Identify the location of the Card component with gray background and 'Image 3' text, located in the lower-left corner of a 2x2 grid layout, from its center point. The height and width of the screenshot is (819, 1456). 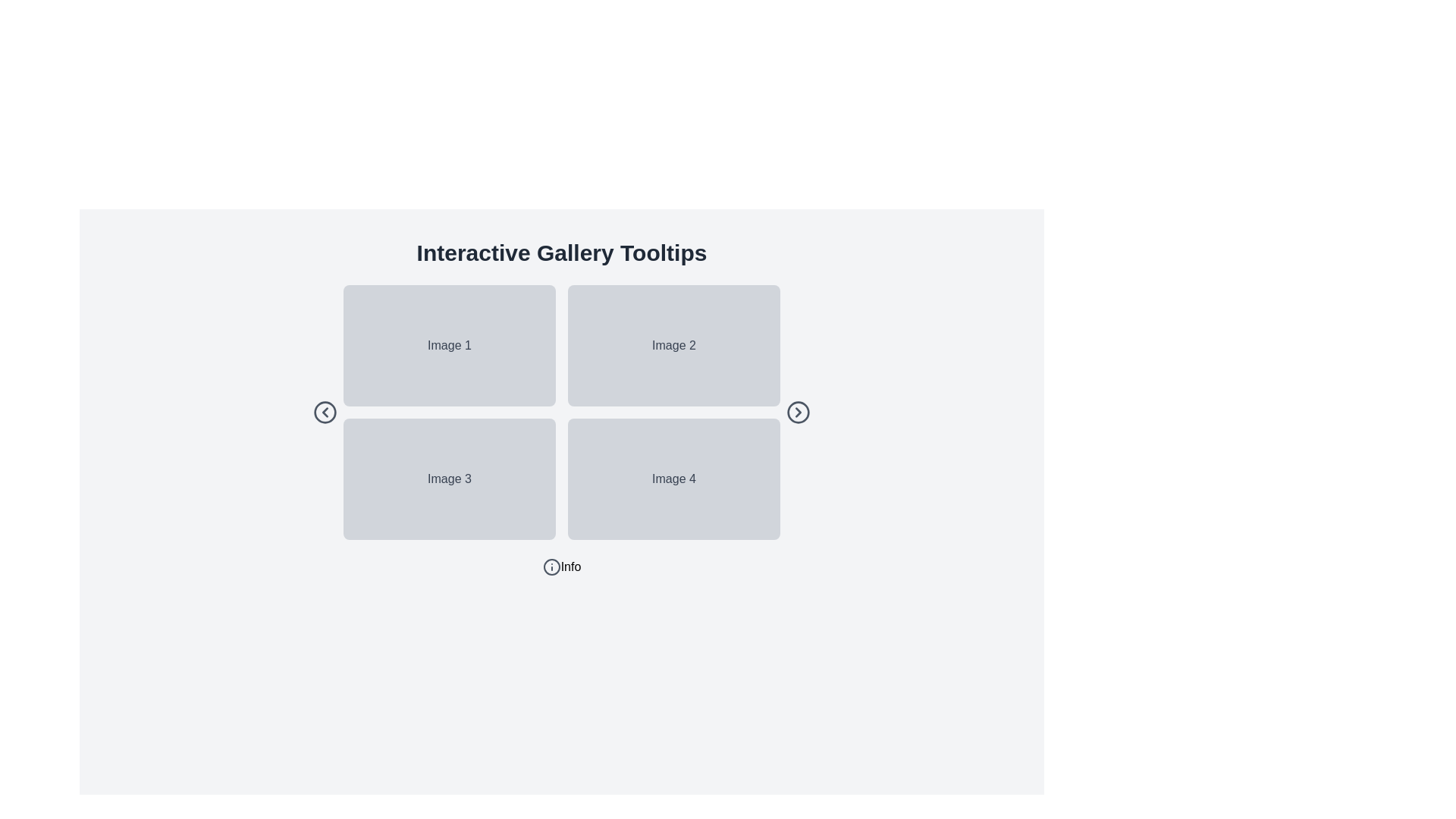
(449, 479).